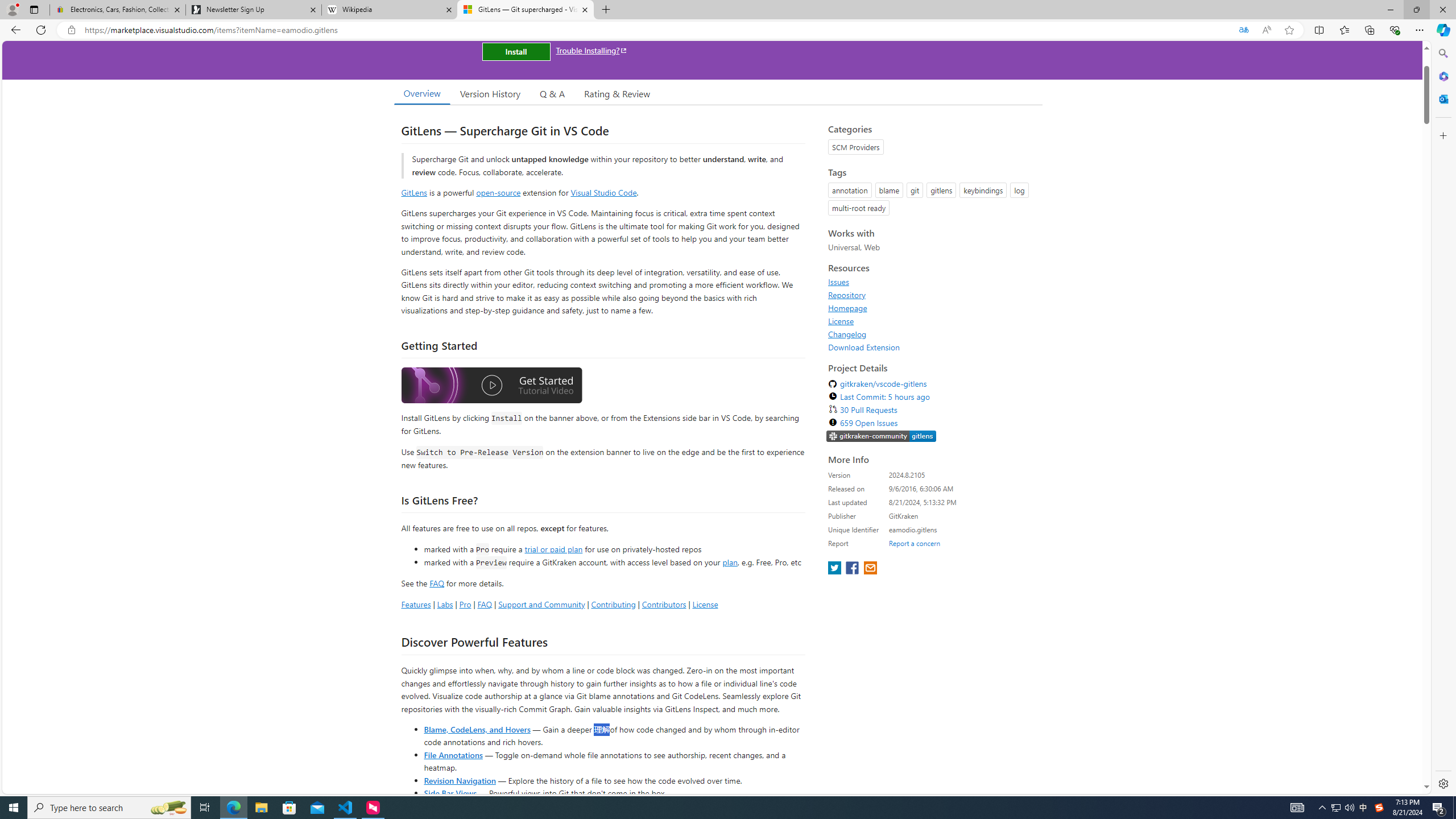 The image size is (1456, 819). What do you see at coordinates (515, 51) in the screenshot?
I see `'Install'` at bounding box center [515, 51].